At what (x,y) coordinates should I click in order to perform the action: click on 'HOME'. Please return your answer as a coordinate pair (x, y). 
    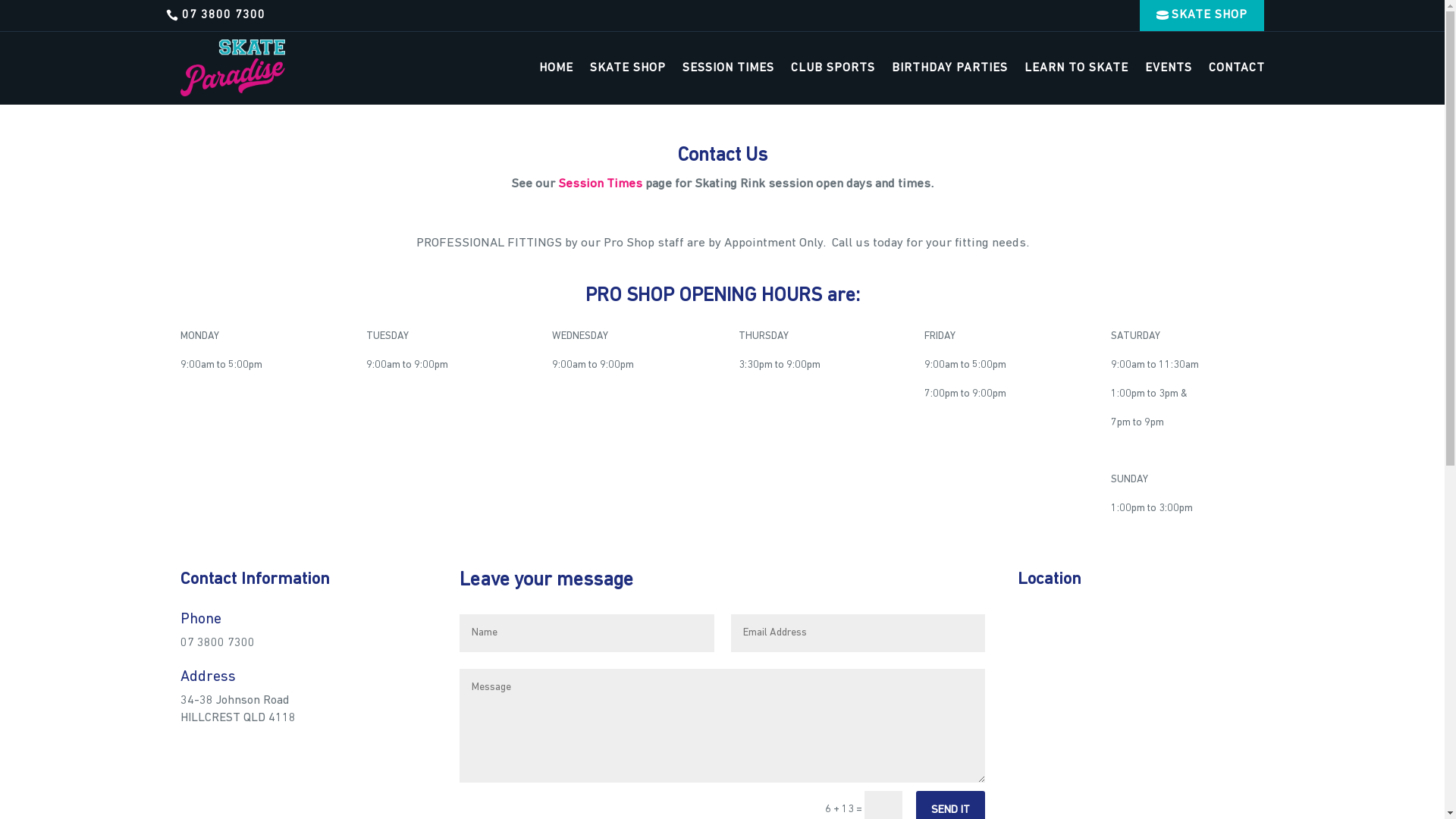
    Looking at the image, I should click on (554, 67).